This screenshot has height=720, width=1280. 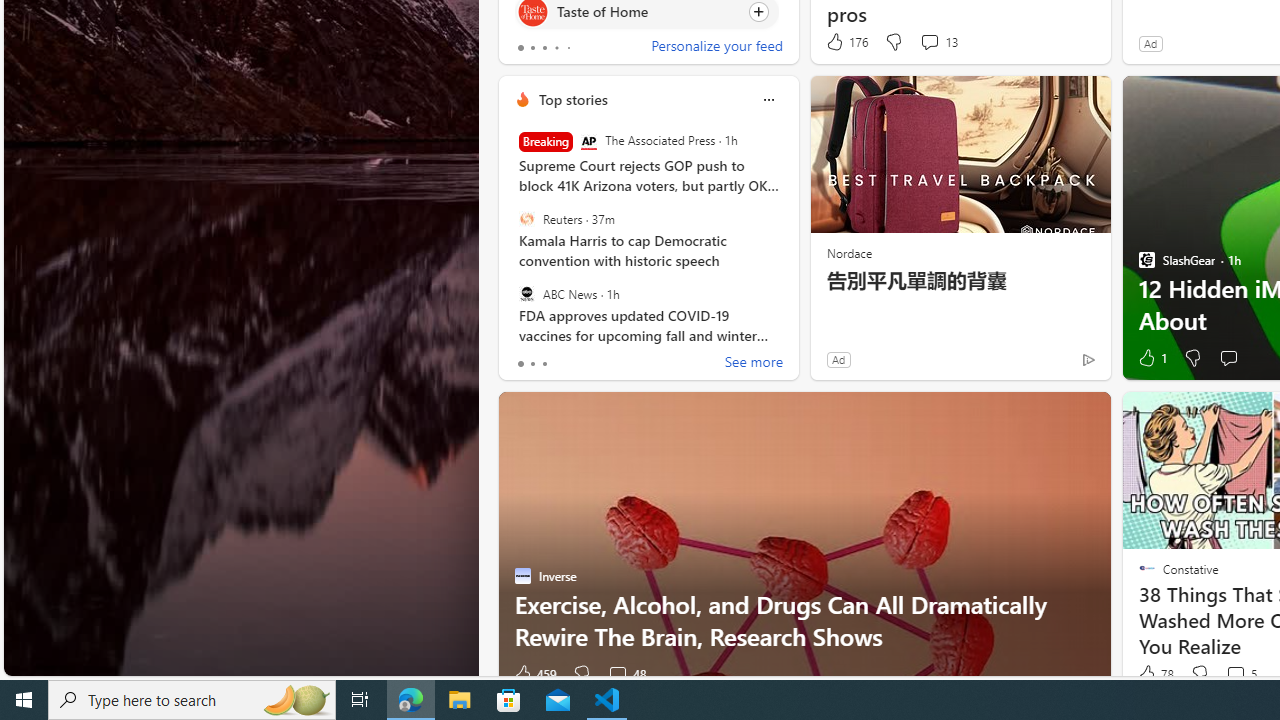 What do you see at coordinates (520, 363) in the screenshot?
I see `'tab-0'` at bounding box center [520, 363].